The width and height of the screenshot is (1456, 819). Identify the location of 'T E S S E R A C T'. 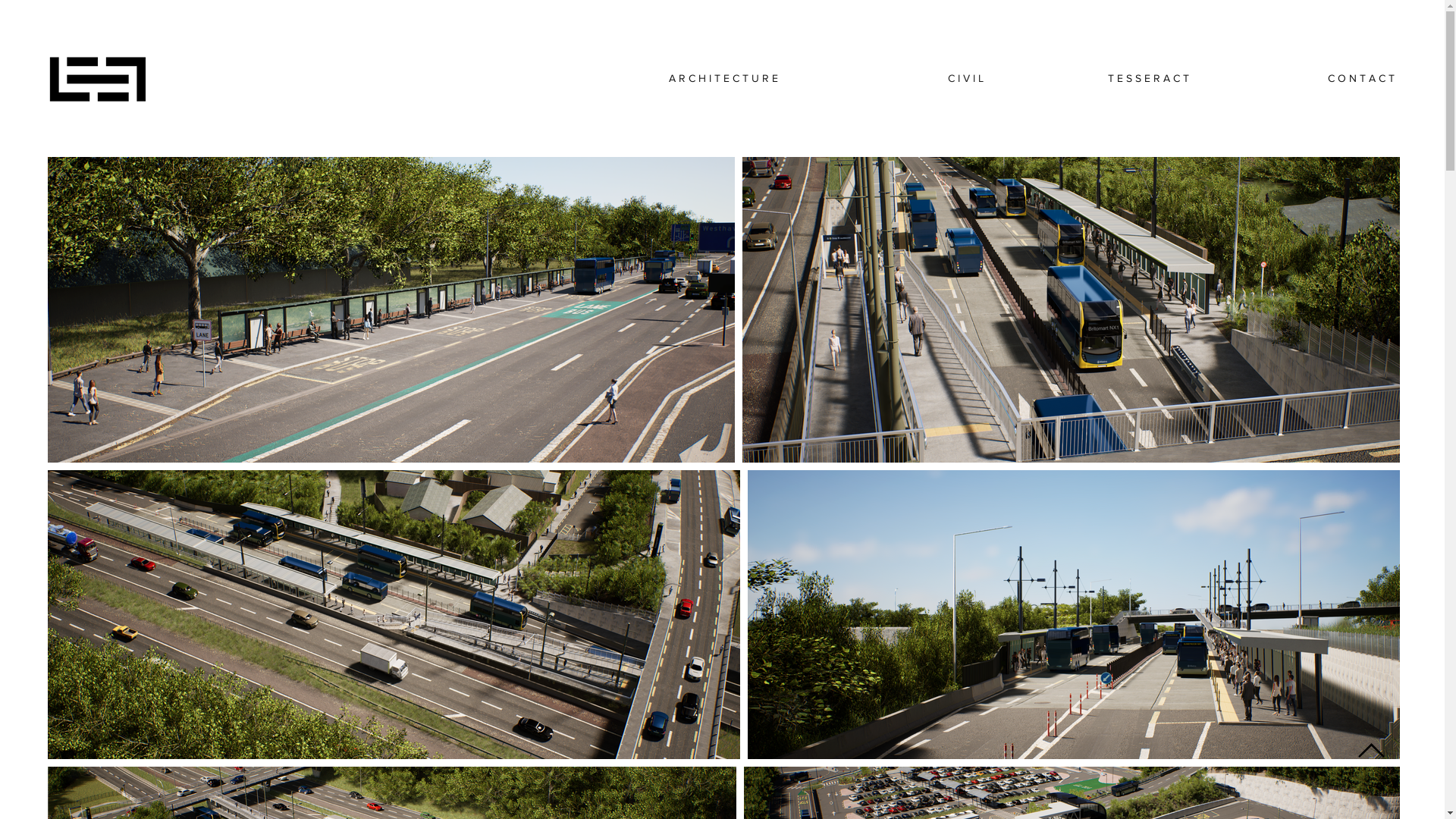
(1093, 78).